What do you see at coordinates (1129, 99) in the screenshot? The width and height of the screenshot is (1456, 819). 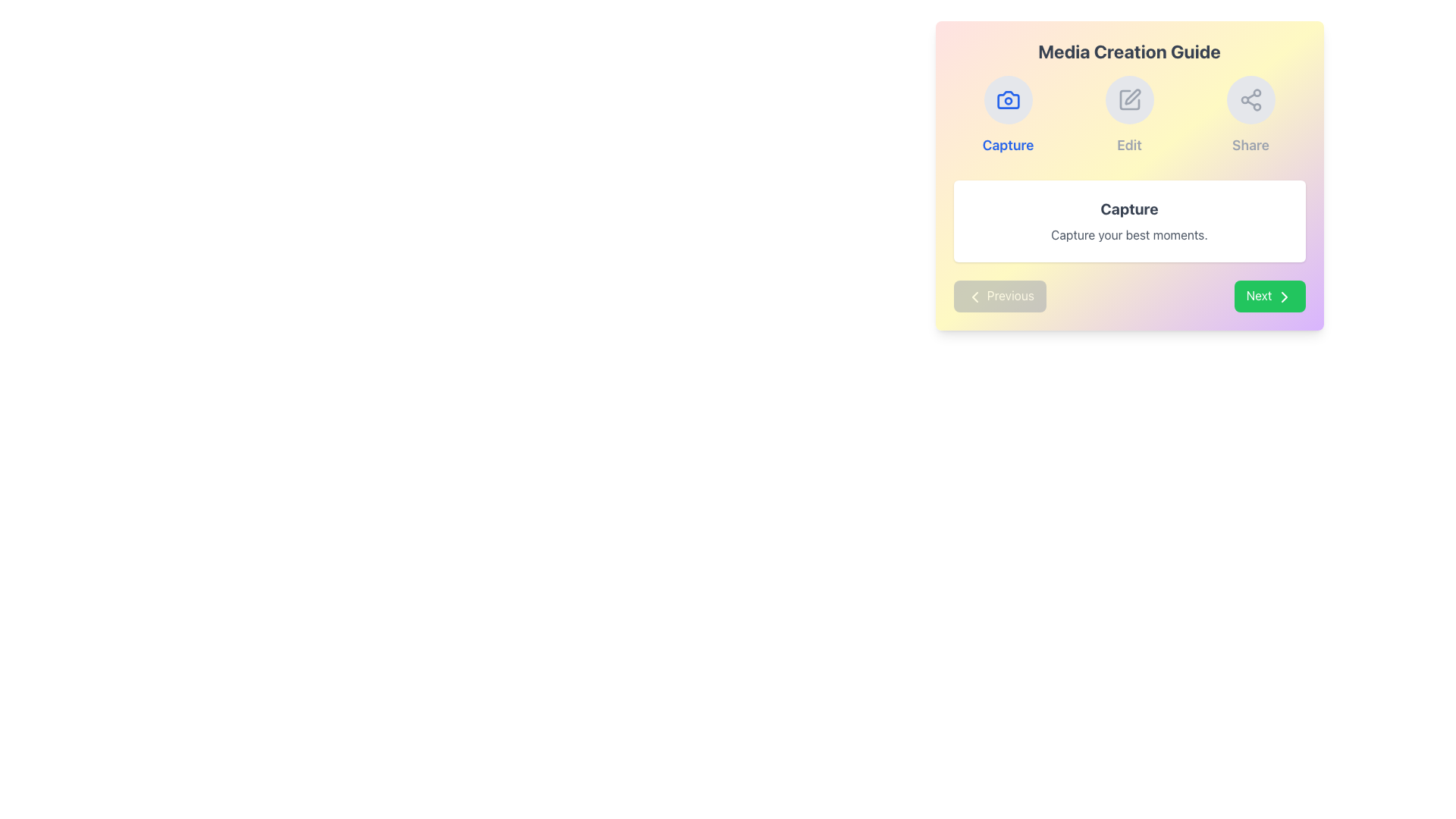 I see `the pencil and square icon button, which is the second in a row of three icons in the 'Edit' section of the 'Media Creation Guide'` at bounding box center [1129, 99].